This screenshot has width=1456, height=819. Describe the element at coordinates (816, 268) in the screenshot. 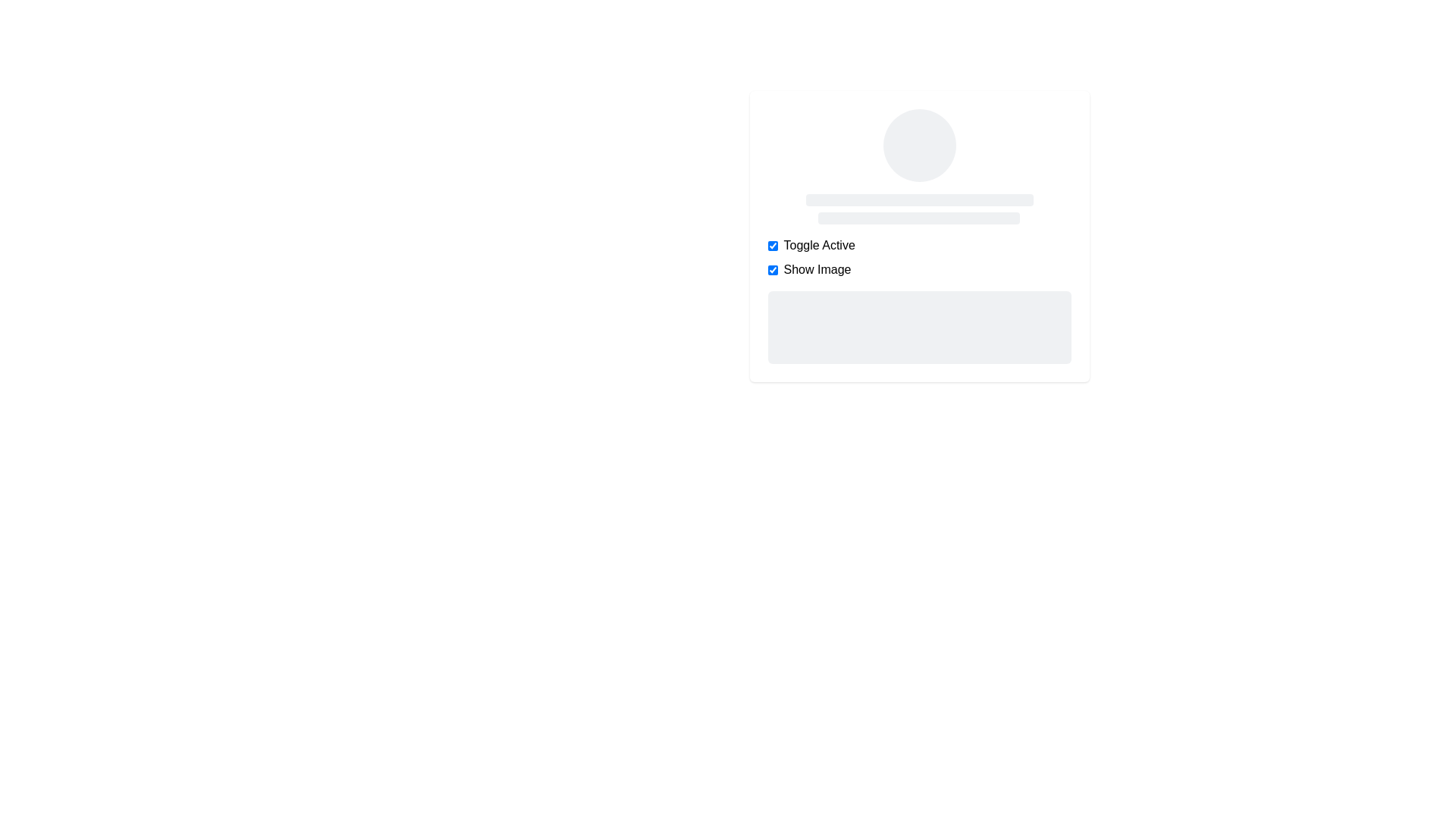

I see `the descriptive text label indicating the function of the checkbox for displaying images, located to the right of the checkbox in the lower region of the card-like UI component` at that location.